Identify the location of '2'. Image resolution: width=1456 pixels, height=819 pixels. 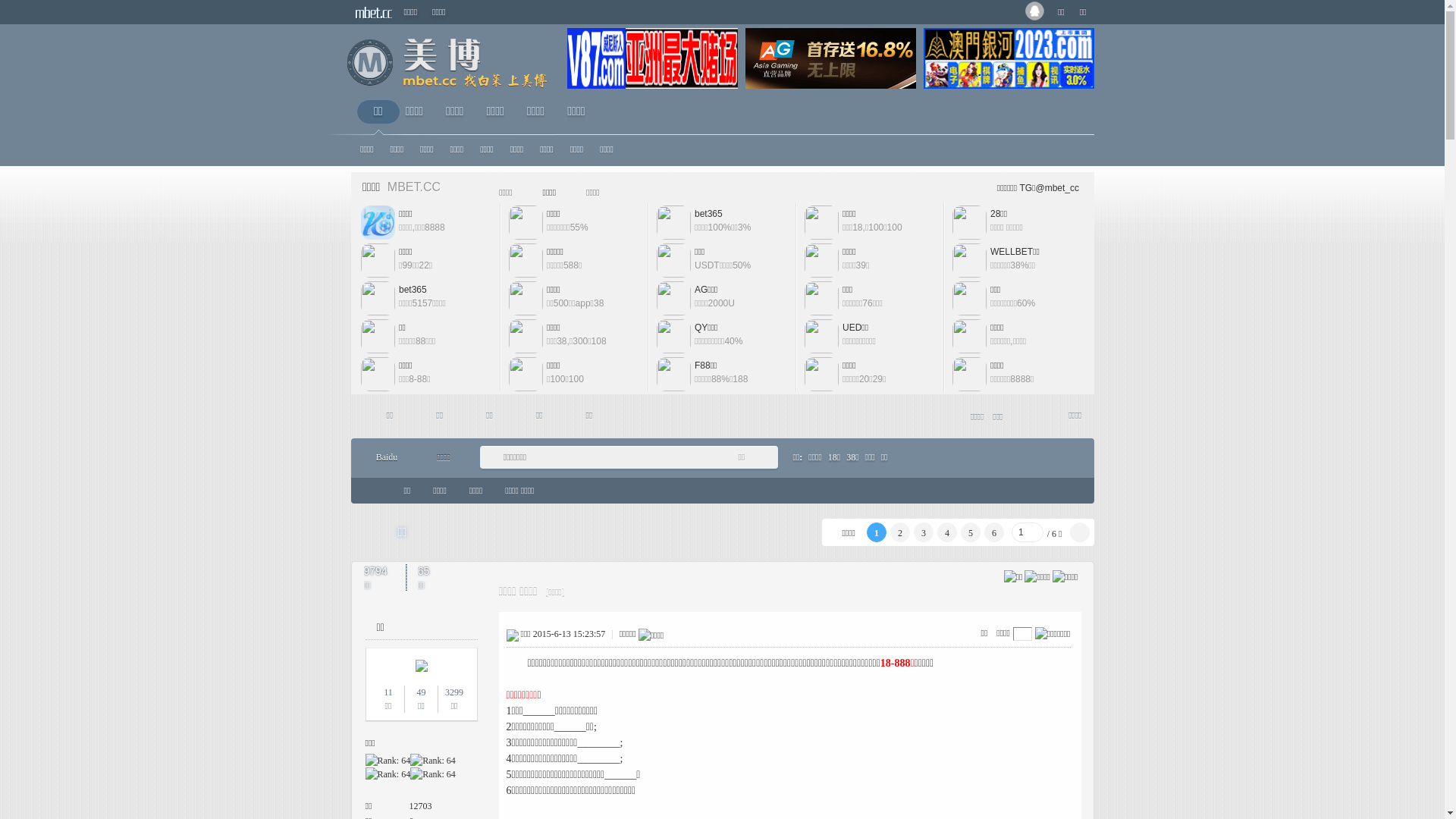
(899, 532).